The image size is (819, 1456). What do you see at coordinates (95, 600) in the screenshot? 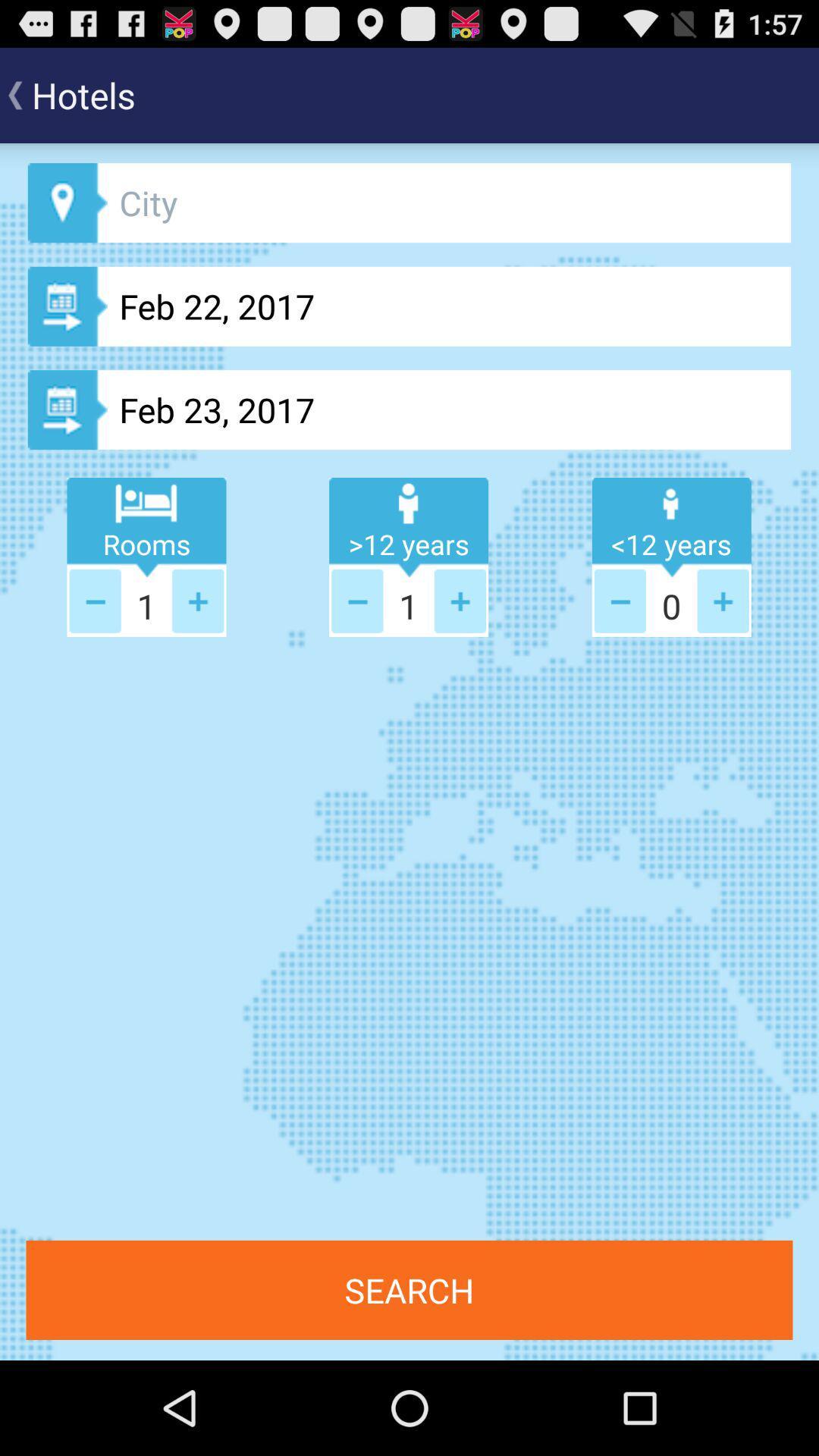
I see `derement button` at bounding box center [95, 600].